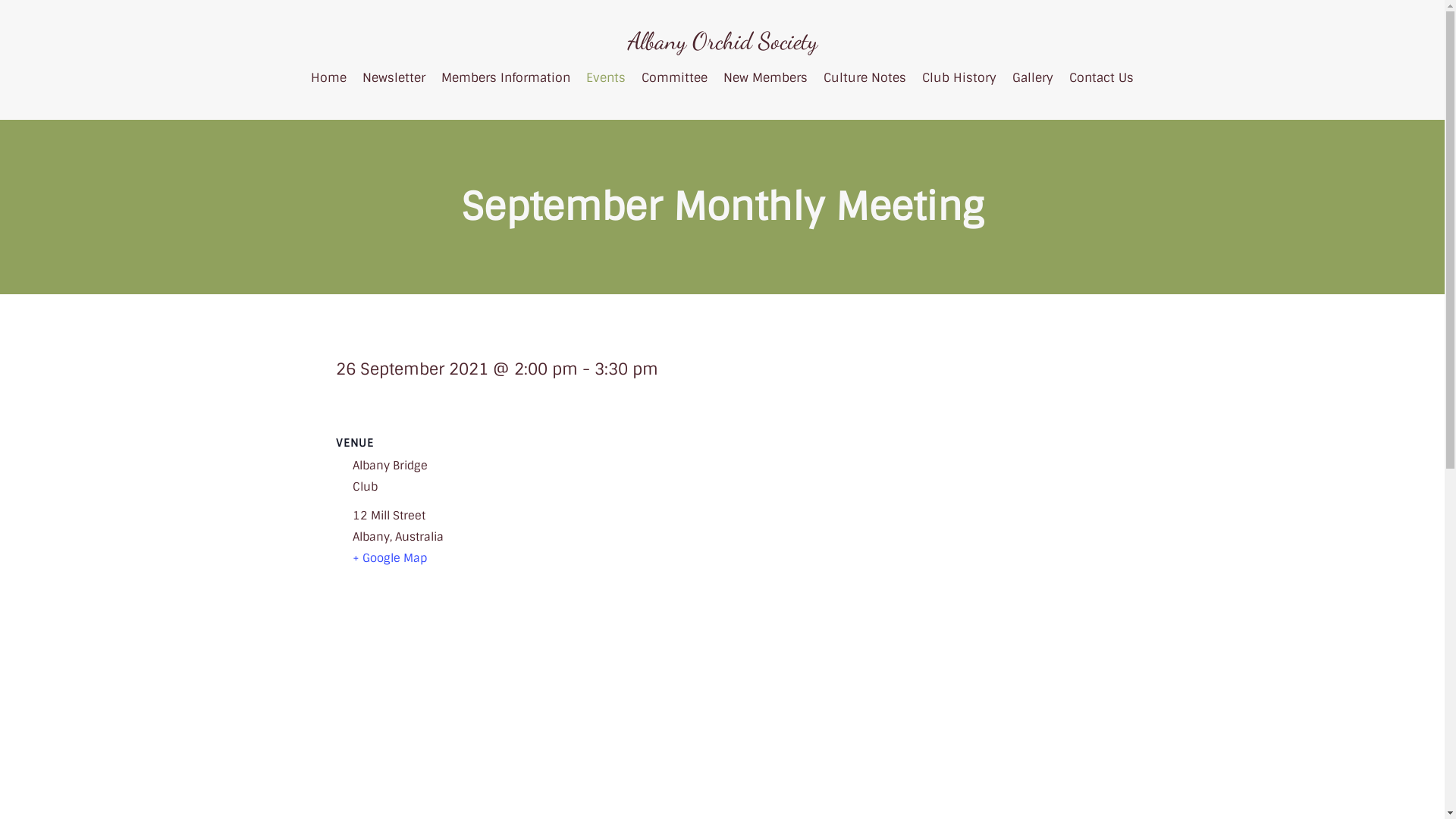 Image resolution: width=1456 pixels, height=819 pixels. What do you see at coordinates (1032, 76) in the screenshot?
I see `'Gallery'` at bounding box center [1032, 76].